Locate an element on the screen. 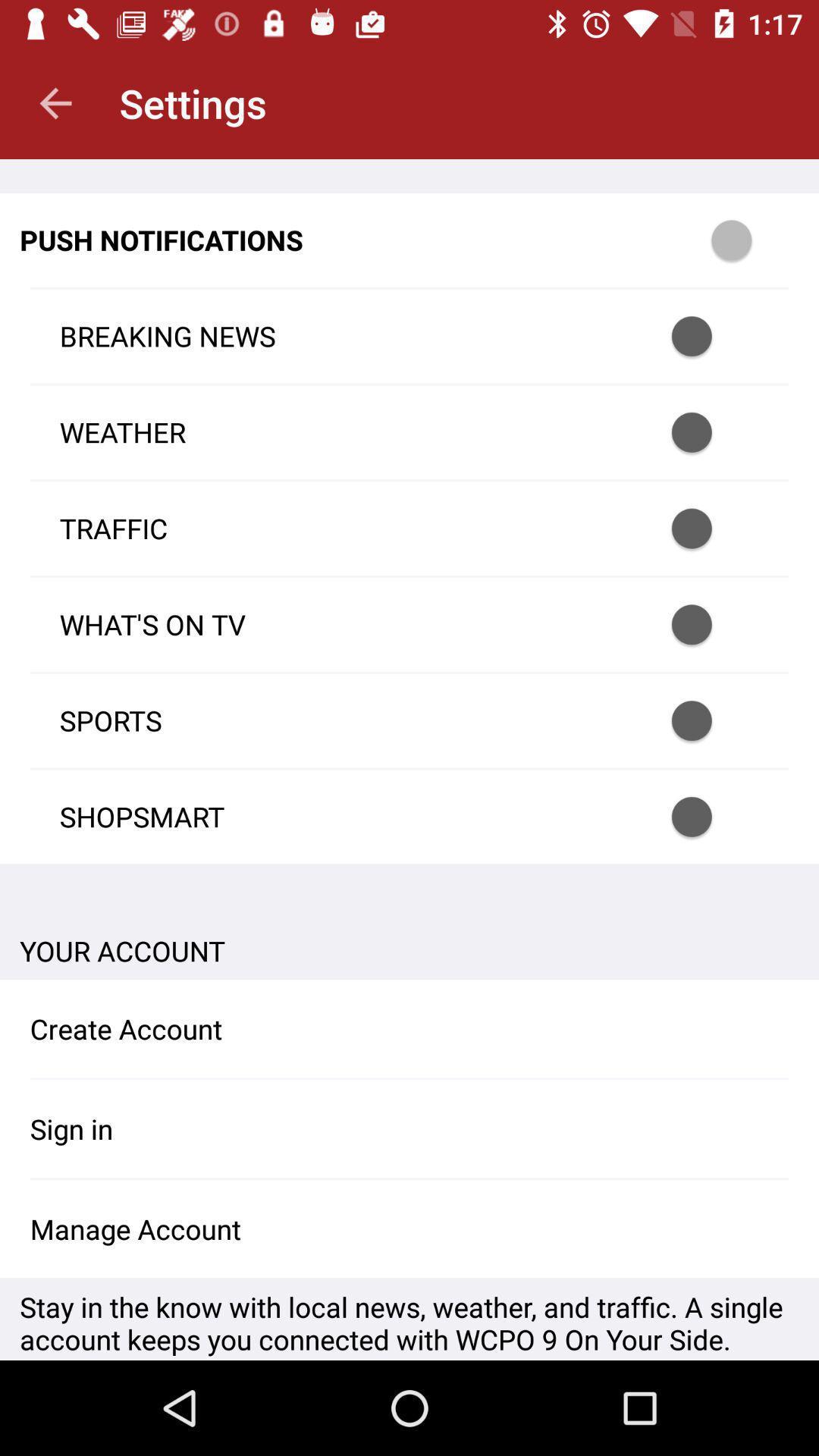 The height and width of the screenshot is (1456, 819). sports notification is located at coordinates (711, 720).